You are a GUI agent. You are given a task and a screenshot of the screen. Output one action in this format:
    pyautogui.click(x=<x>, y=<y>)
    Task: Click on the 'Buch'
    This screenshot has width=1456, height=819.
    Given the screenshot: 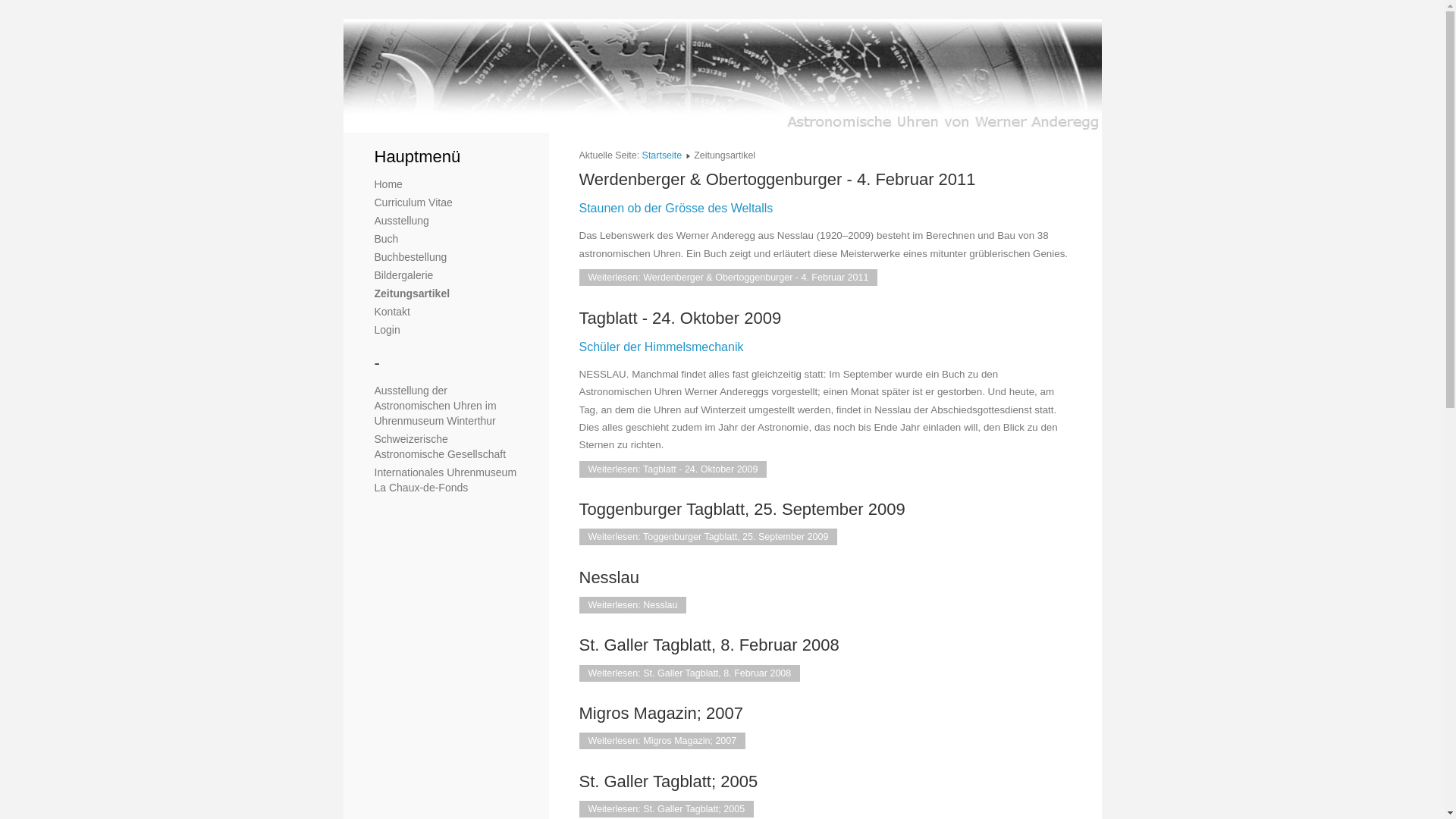 What is the action you would take?
    pyautogui.click(x=386, y=239)
    